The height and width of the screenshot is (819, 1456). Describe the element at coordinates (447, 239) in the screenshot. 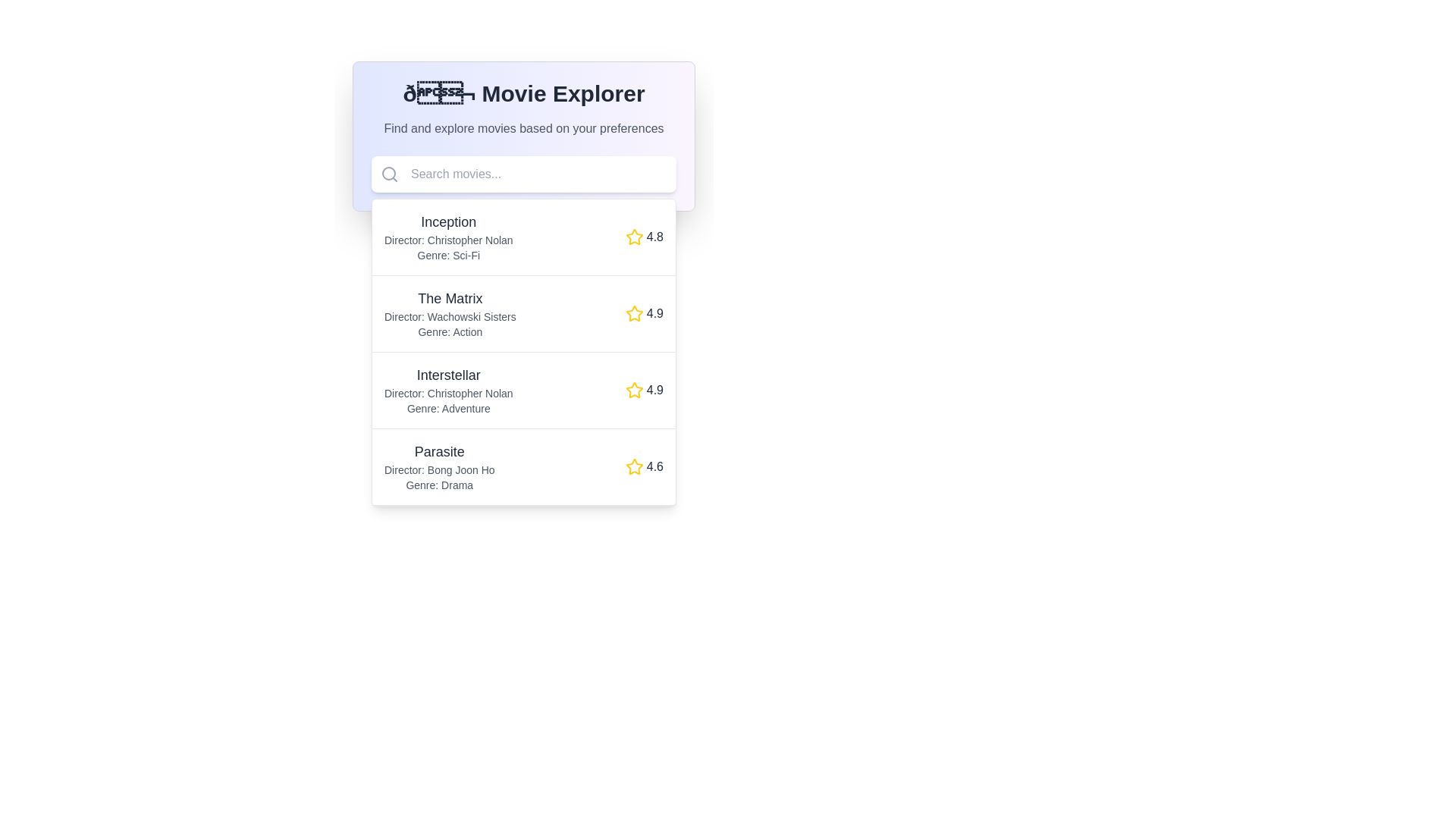

I see `the text label that displays the name of the director, 'Christopher Nolan', which is positioned below the title 'Inception' and above the genre 'Sci-Fi' in the 'Movie Explorer' section` at that location.